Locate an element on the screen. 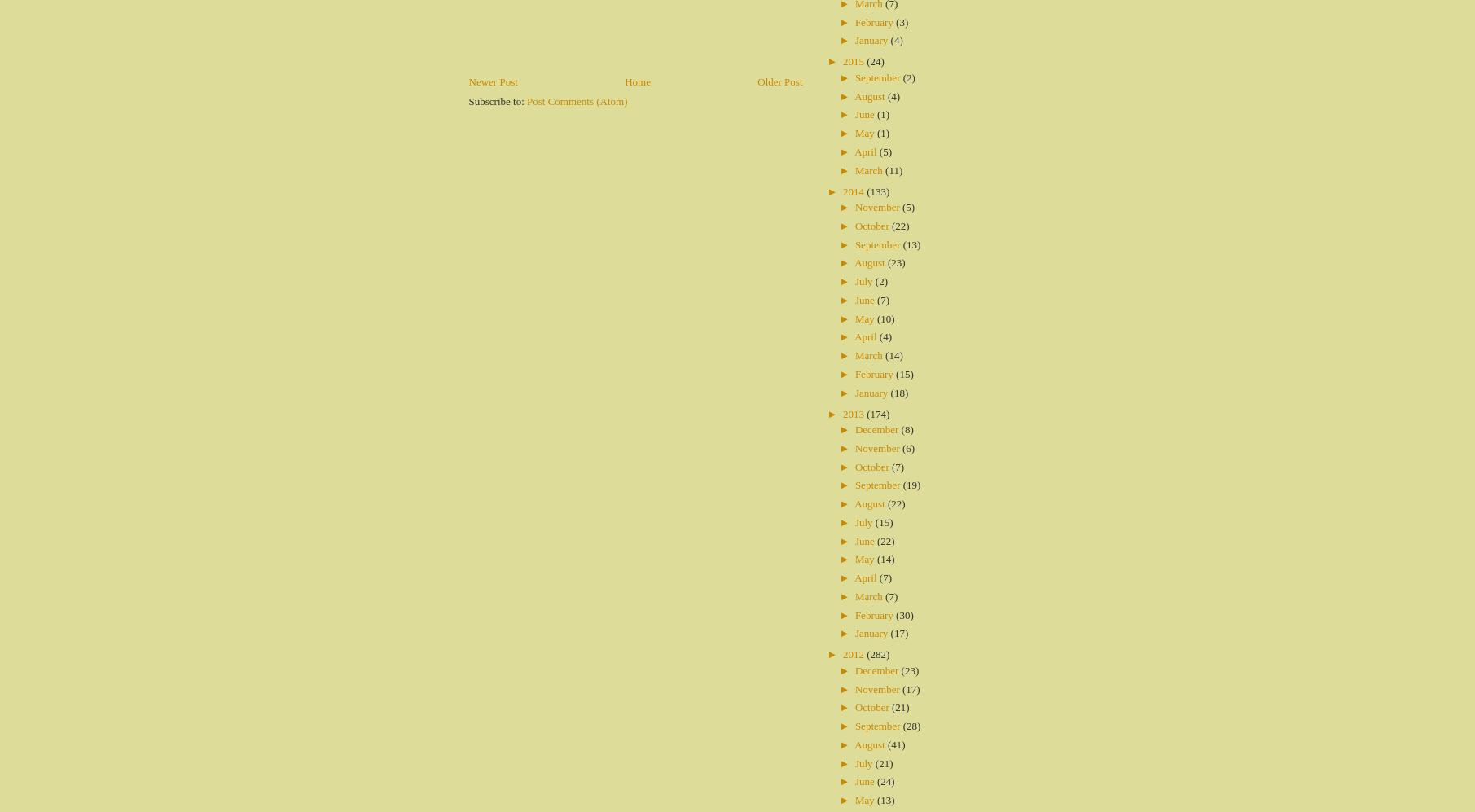 This screenshot has width=1475, height=812. '(3)' is located at coordinates (902, 21).